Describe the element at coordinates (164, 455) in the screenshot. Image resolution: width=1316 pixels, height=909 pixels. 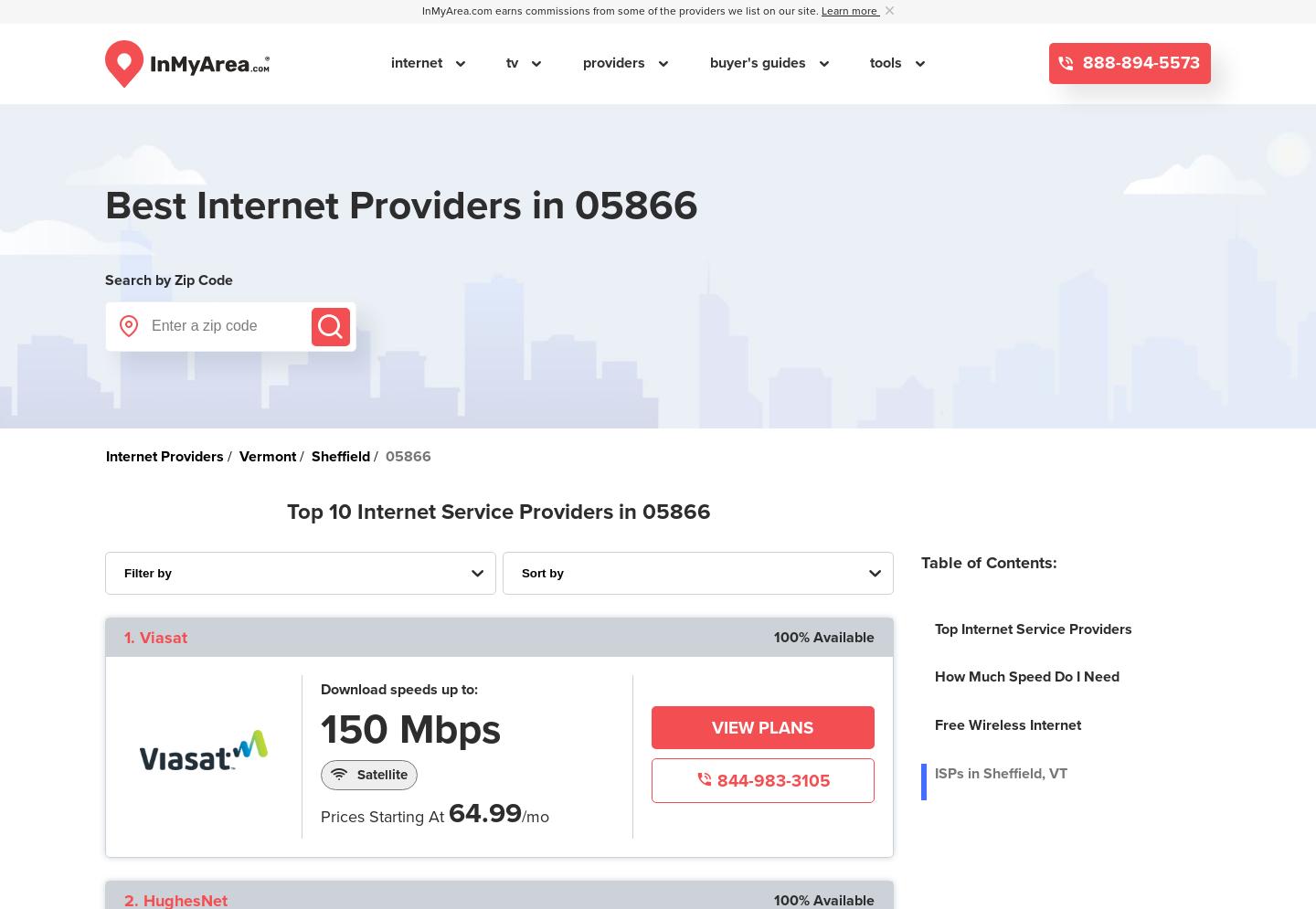
I see `'Internet Providers'` at that location.